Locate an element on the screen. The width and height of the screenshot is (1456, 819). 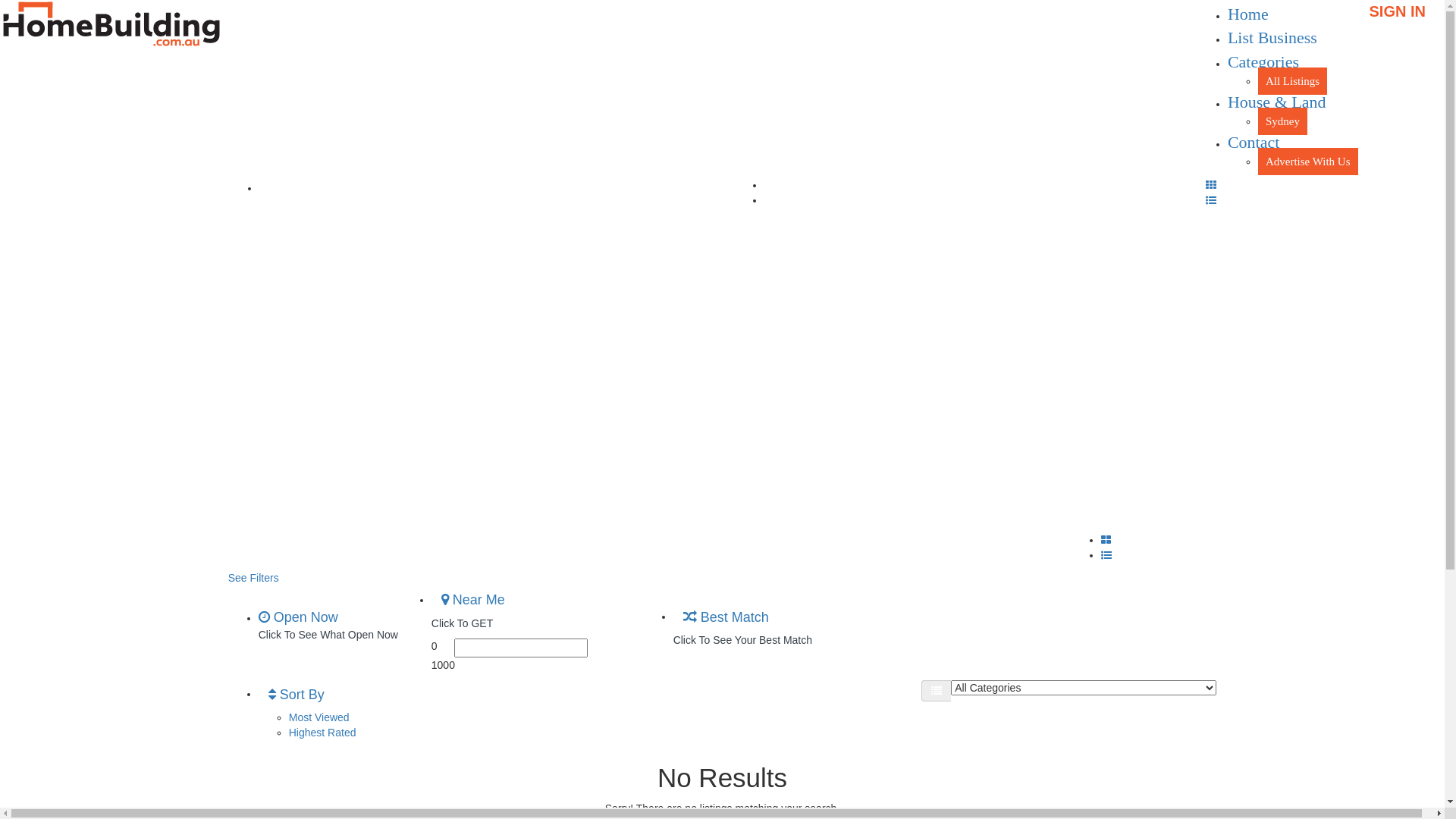
'Advertise With Us' is located at coordinates (1307, 161).